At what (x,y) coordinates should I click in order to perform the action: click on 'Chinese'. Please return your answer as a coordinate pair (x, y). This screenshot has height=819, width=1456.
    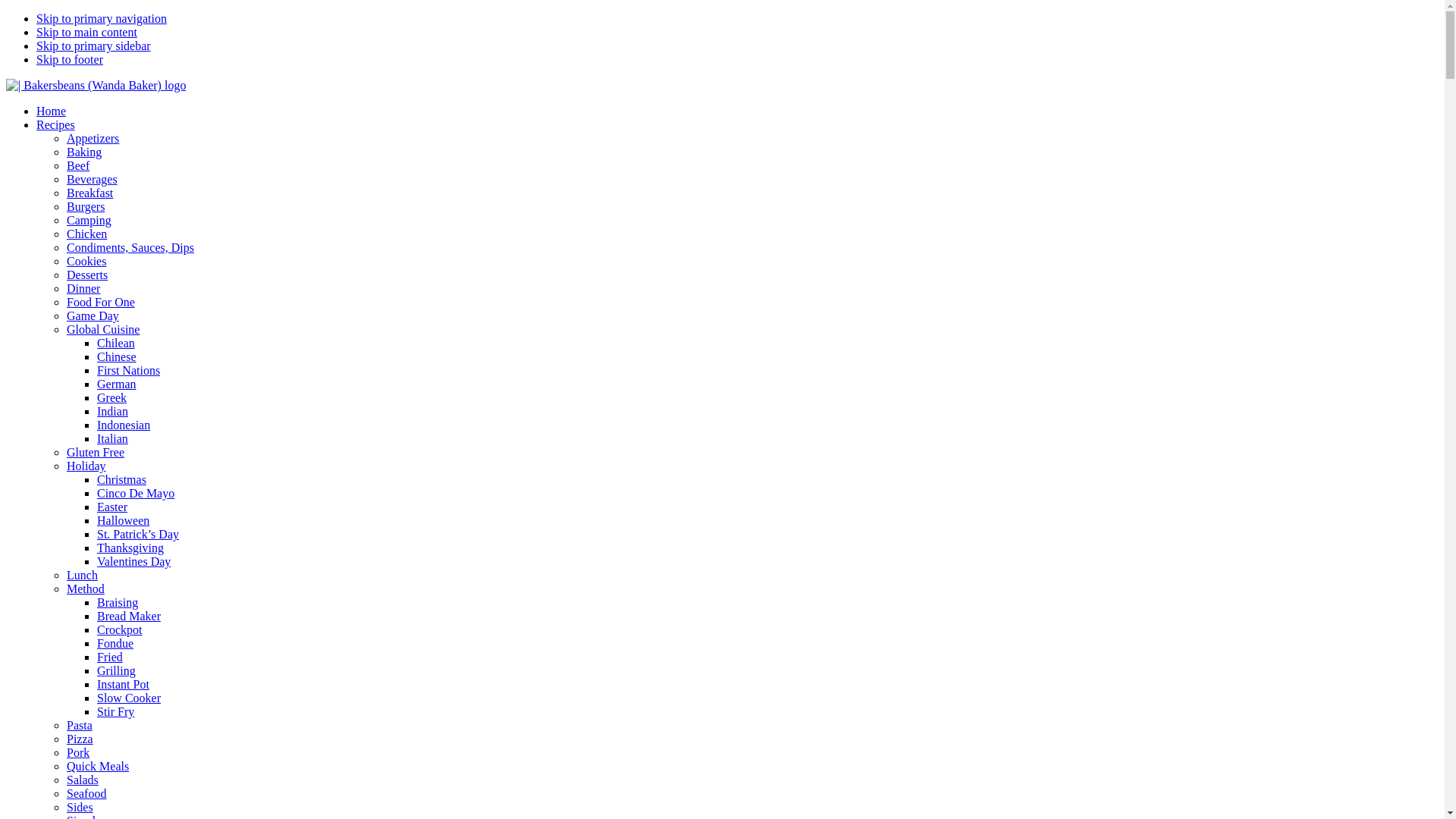
    Looking at the image, I should click on (115, 356).